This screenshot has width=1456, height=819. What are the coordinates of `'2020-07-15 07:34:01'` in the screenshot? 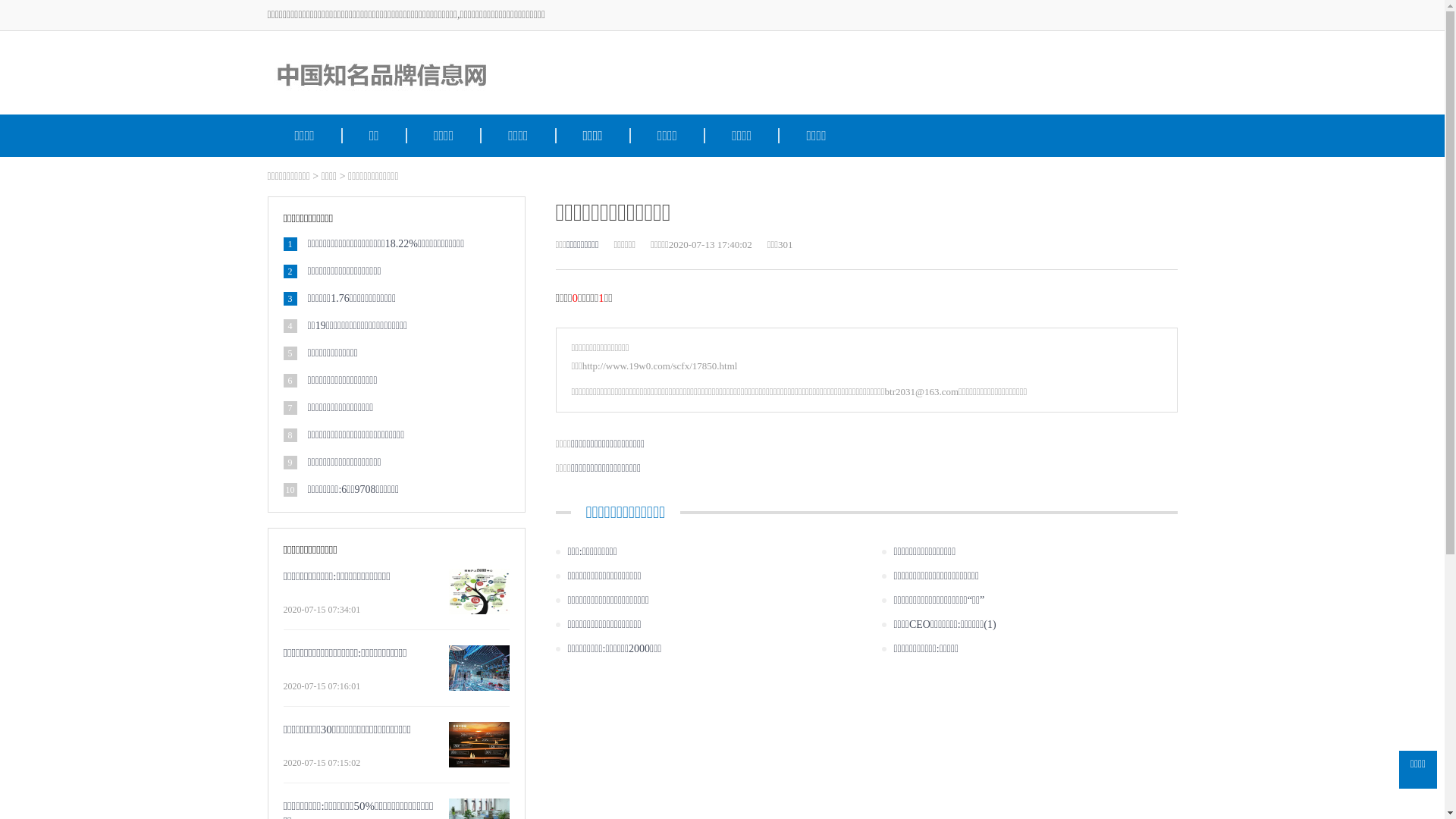 It's located at (358, 608).